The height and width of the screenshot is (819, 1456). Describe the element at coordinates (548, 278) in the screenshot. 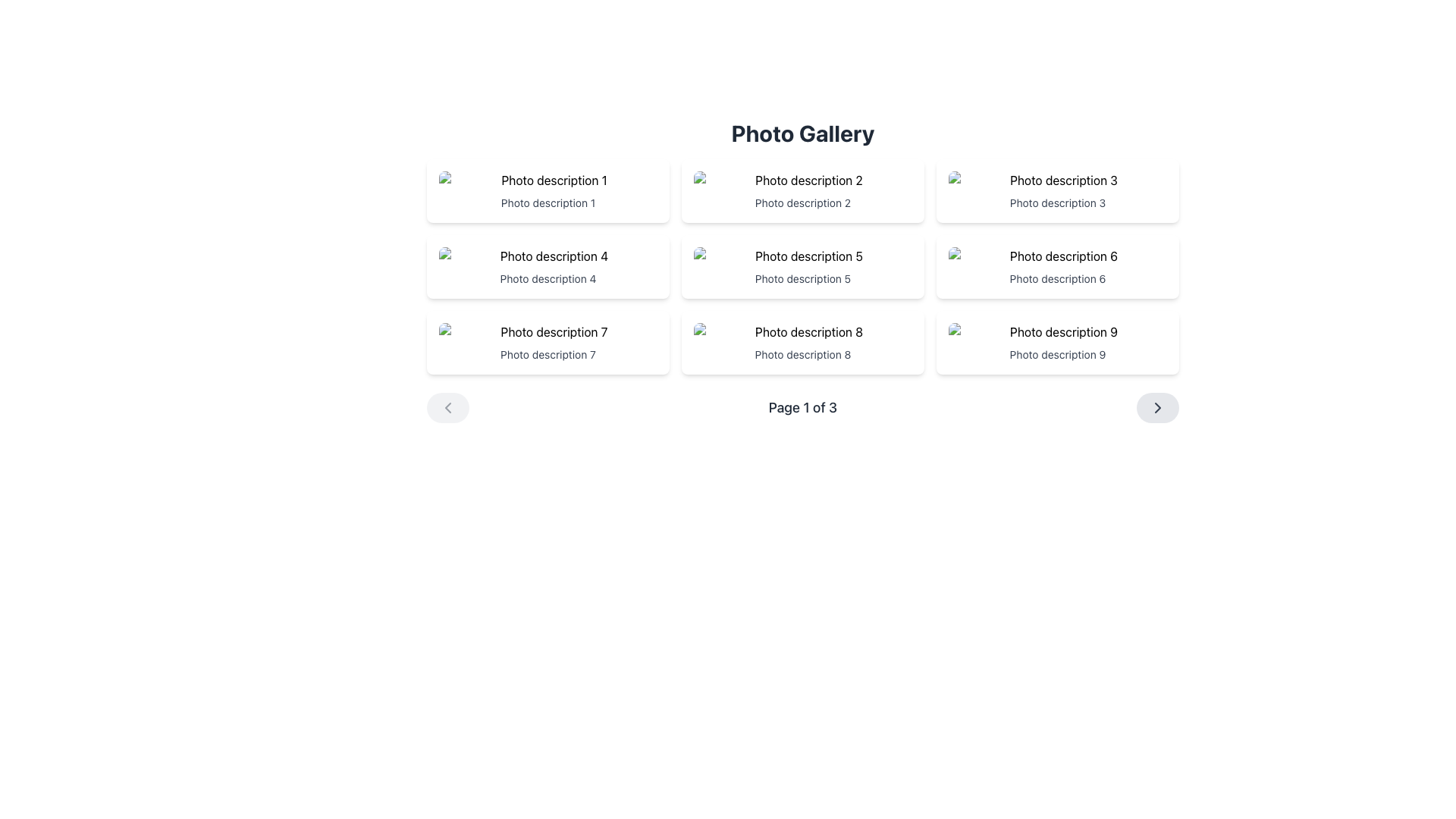

I see `the label displaying 'Photo description 4' which is centered in a rectangular card and located in the second row, second column of the grid layout` at that location.